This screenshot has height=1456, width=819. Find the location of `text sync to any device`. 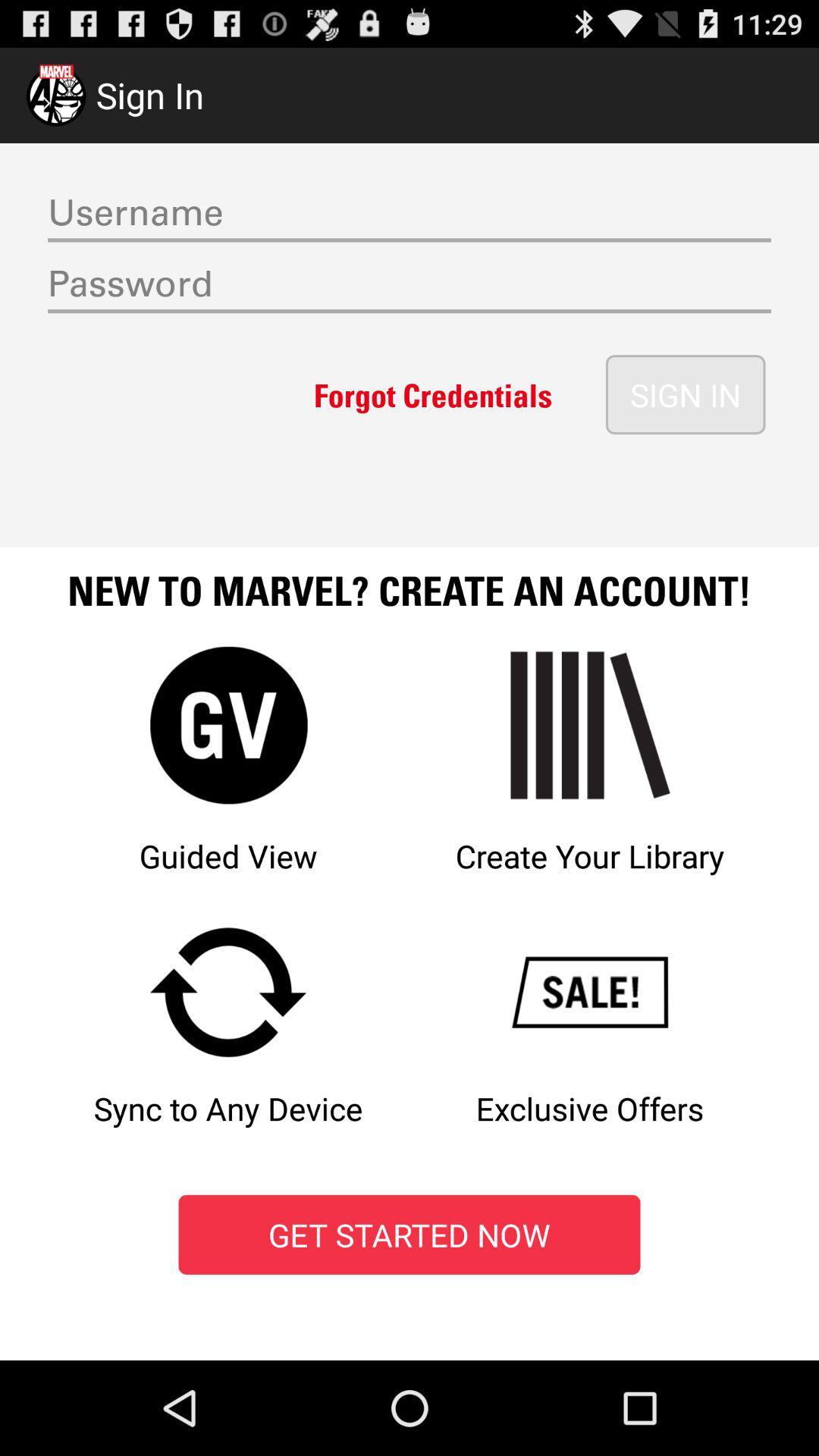

text sync to any device is located at coordinates (228, 1043).